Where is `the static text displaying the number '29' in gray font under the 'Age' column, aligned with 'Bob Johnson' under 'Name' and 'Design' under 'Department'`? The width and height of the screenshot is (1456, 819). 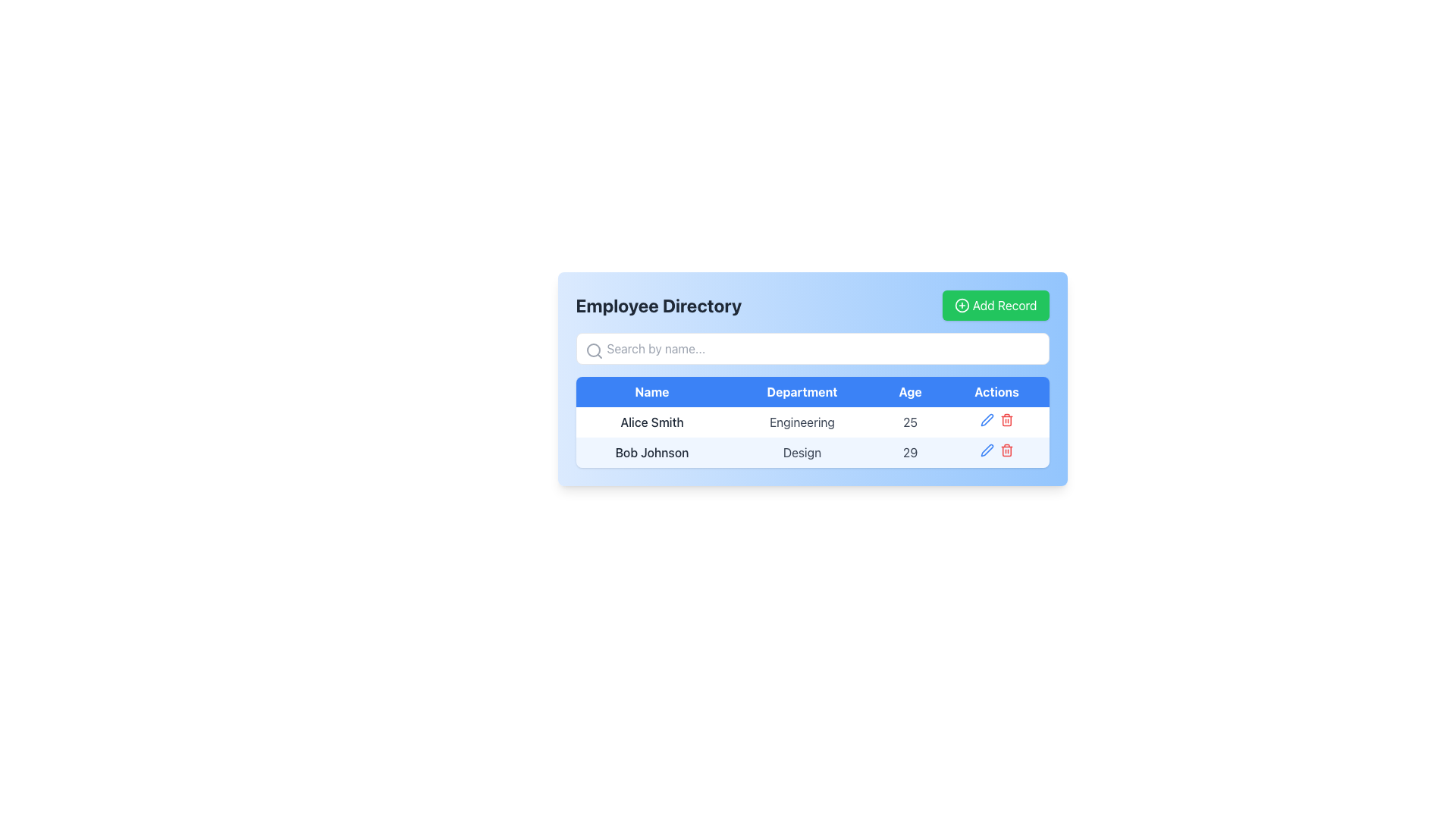 the static text displaying the number '29' in gray font under the 'Age' column, aligned with 'Bob Johnson' under 'Name' and 'Design' under 'Department' is located at coordinates (910, 452).